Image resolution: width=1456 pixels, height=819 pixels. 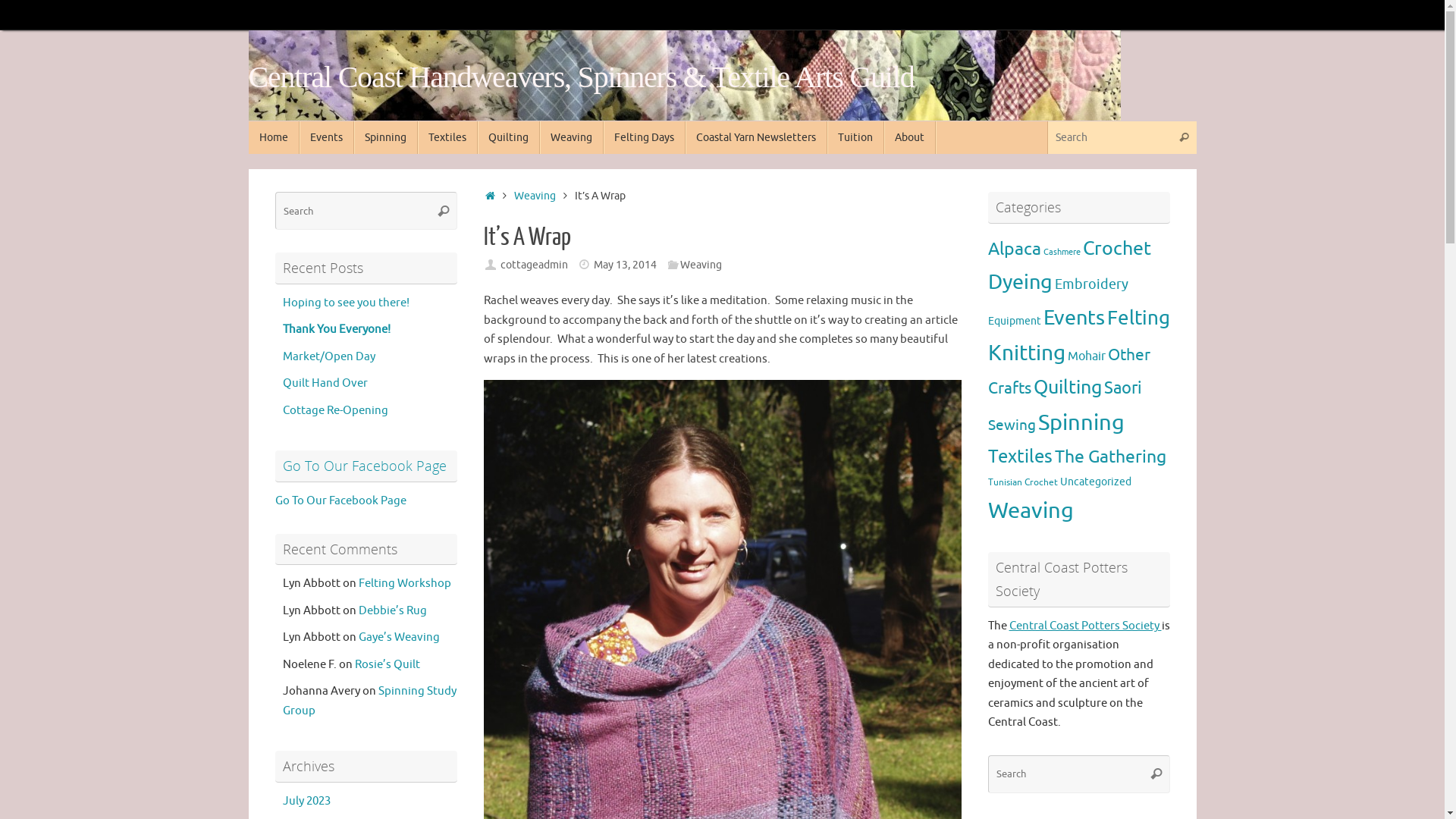 What do you see at coordinates (344, 303) in the screenshot?
I see `'Hoping to see you there!'` at bounding box center [344, 303].